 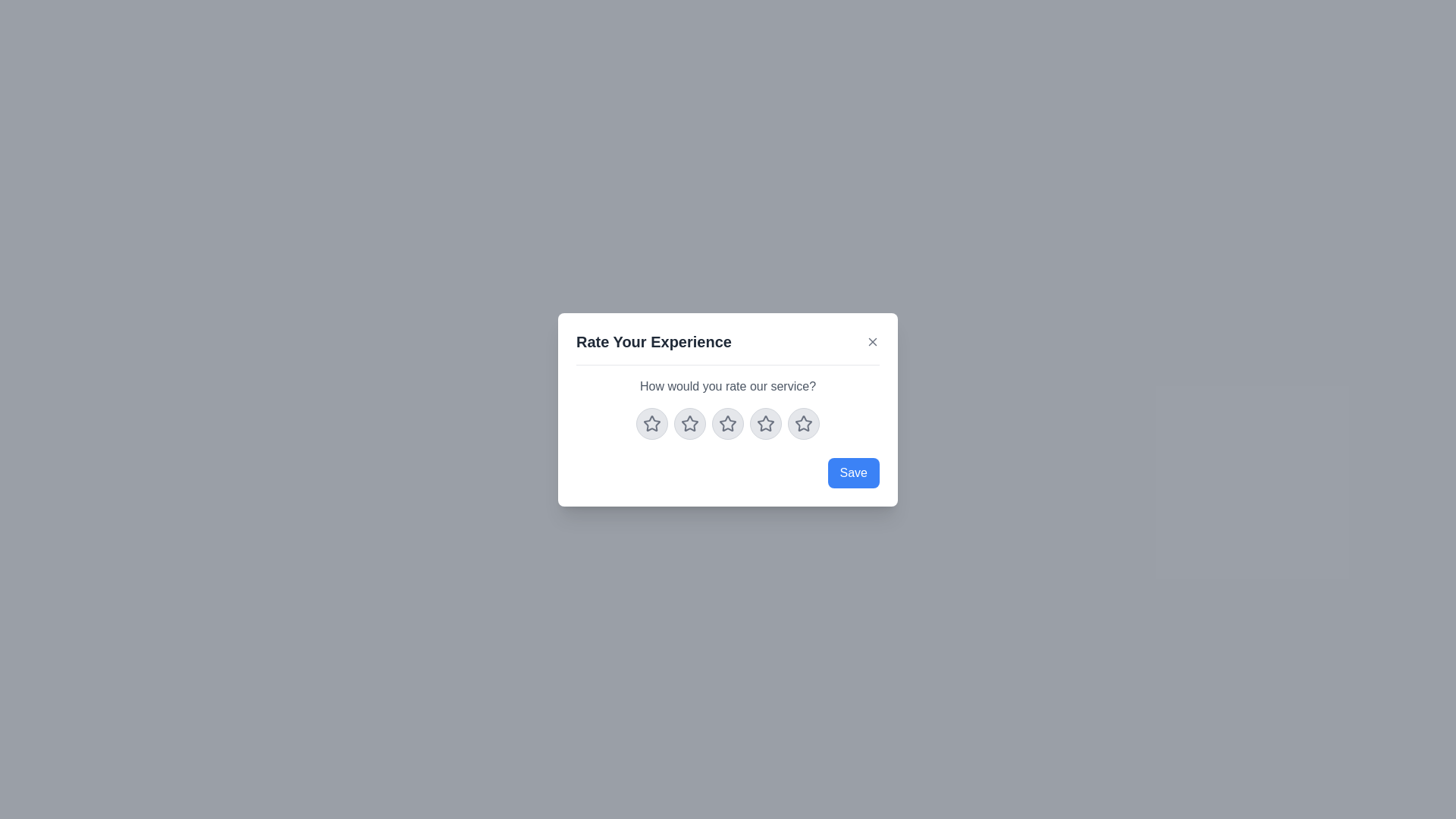 What do you see at coordinates (873, 341) in the screenshot?
I see `the 'X' button to close the dialog` at bounding box center [873, 341].